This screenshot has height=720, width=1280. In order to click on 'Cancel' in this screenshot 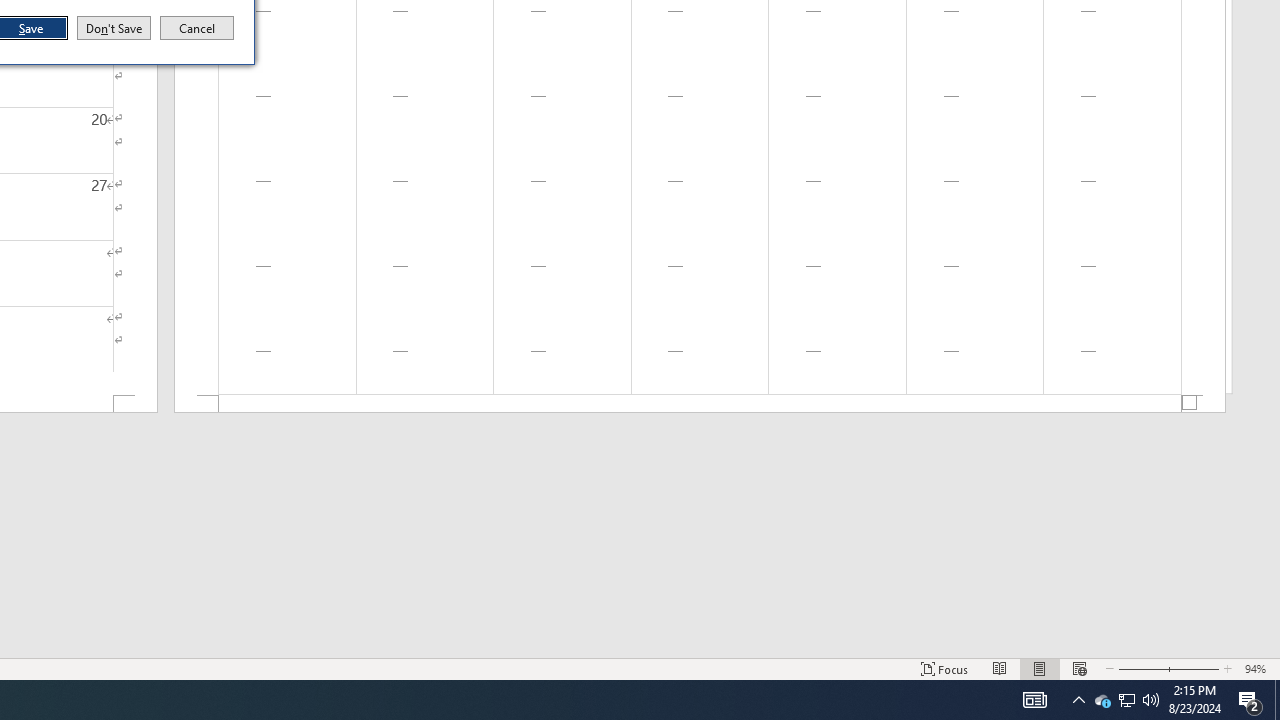, I will do `click(197, 28)`.